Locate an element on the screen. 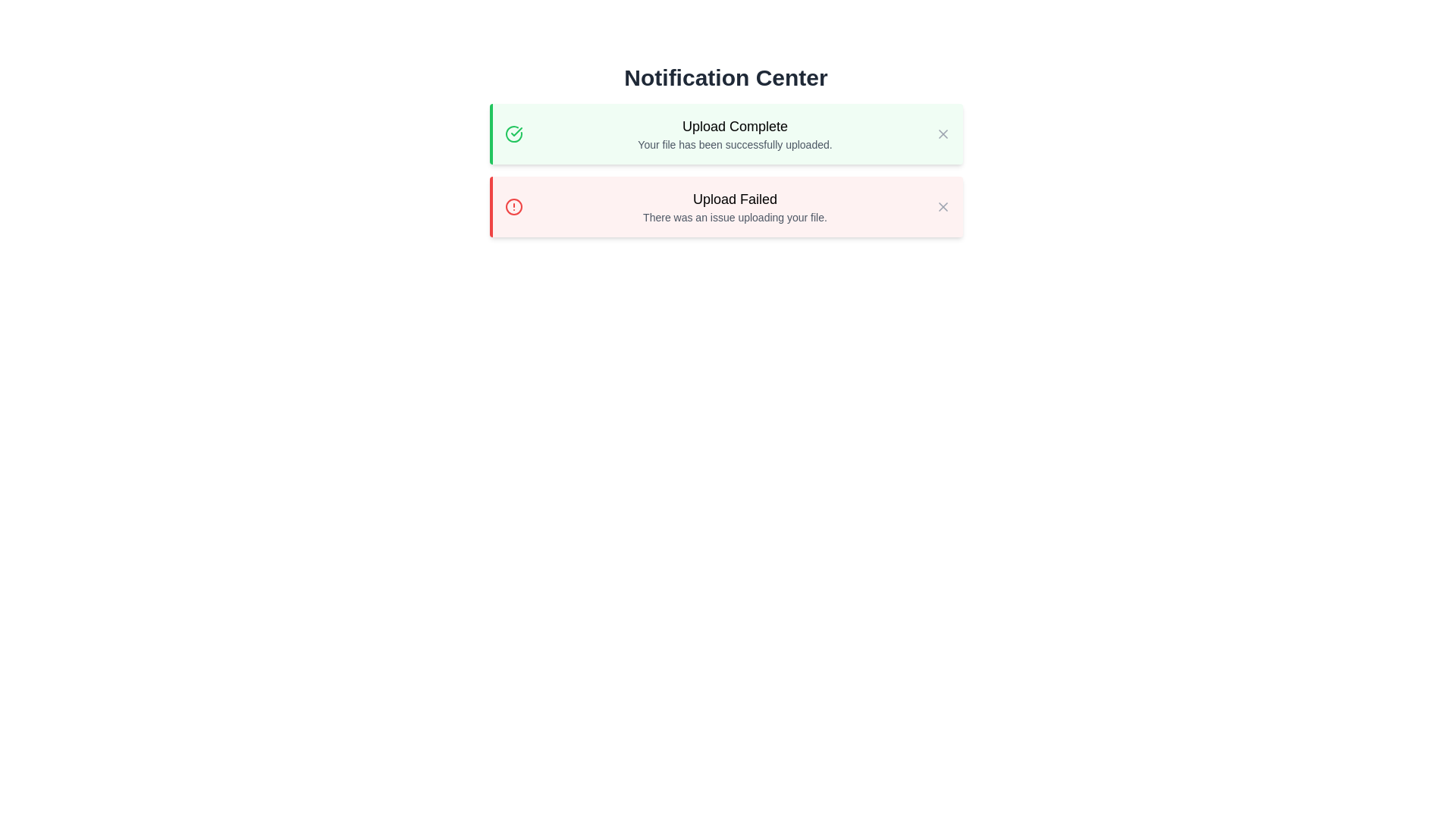  the text label that displays 'Your file has been successfully uploaded.' located below the 'Upload Complete' header in the notification card with a light green background is located at coordinates (735, 145).